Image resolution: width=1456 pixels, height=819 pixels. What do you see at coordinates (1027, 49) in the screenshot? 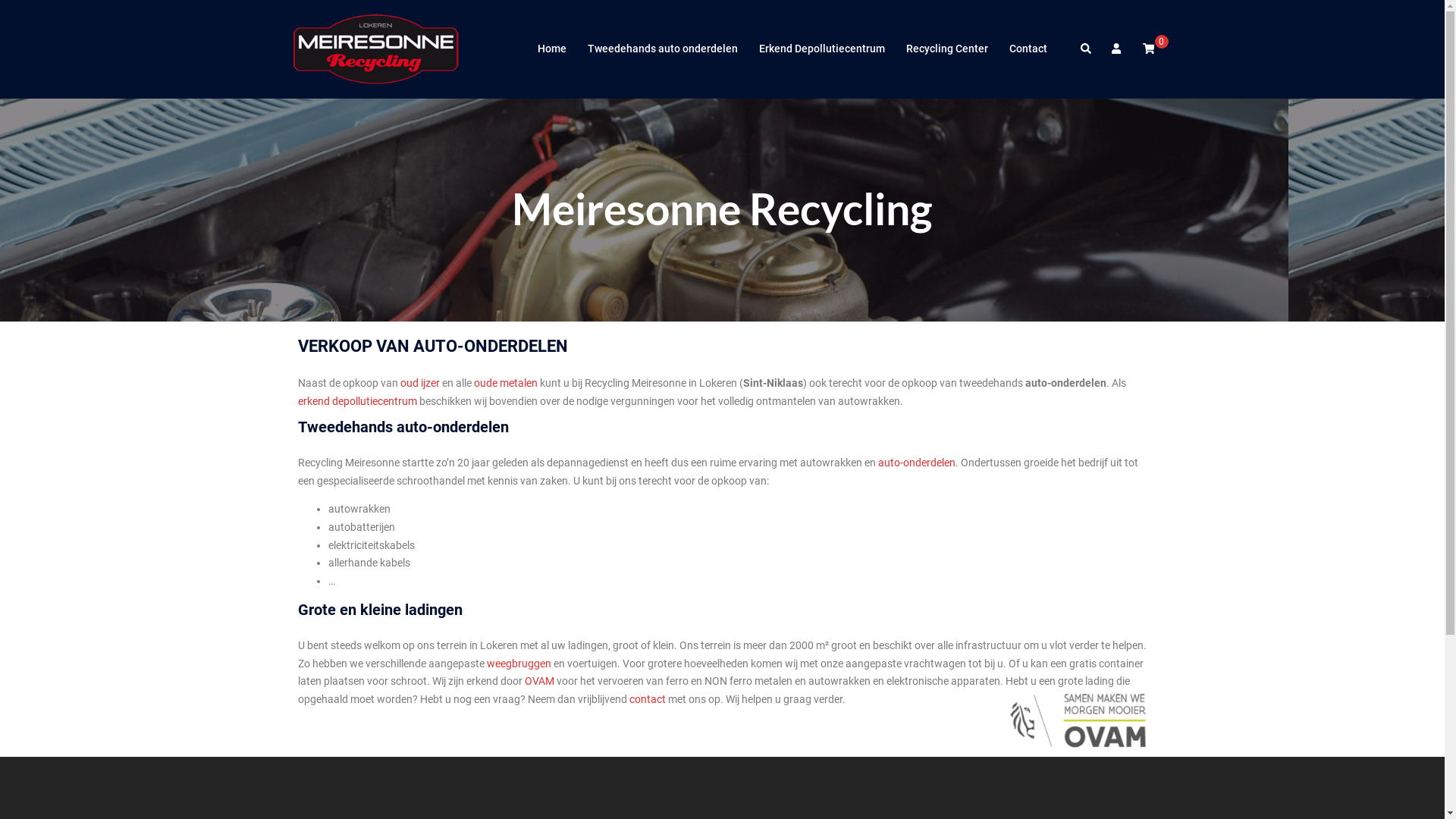
I see `'Contact'` at bounding box center [1027, 49].